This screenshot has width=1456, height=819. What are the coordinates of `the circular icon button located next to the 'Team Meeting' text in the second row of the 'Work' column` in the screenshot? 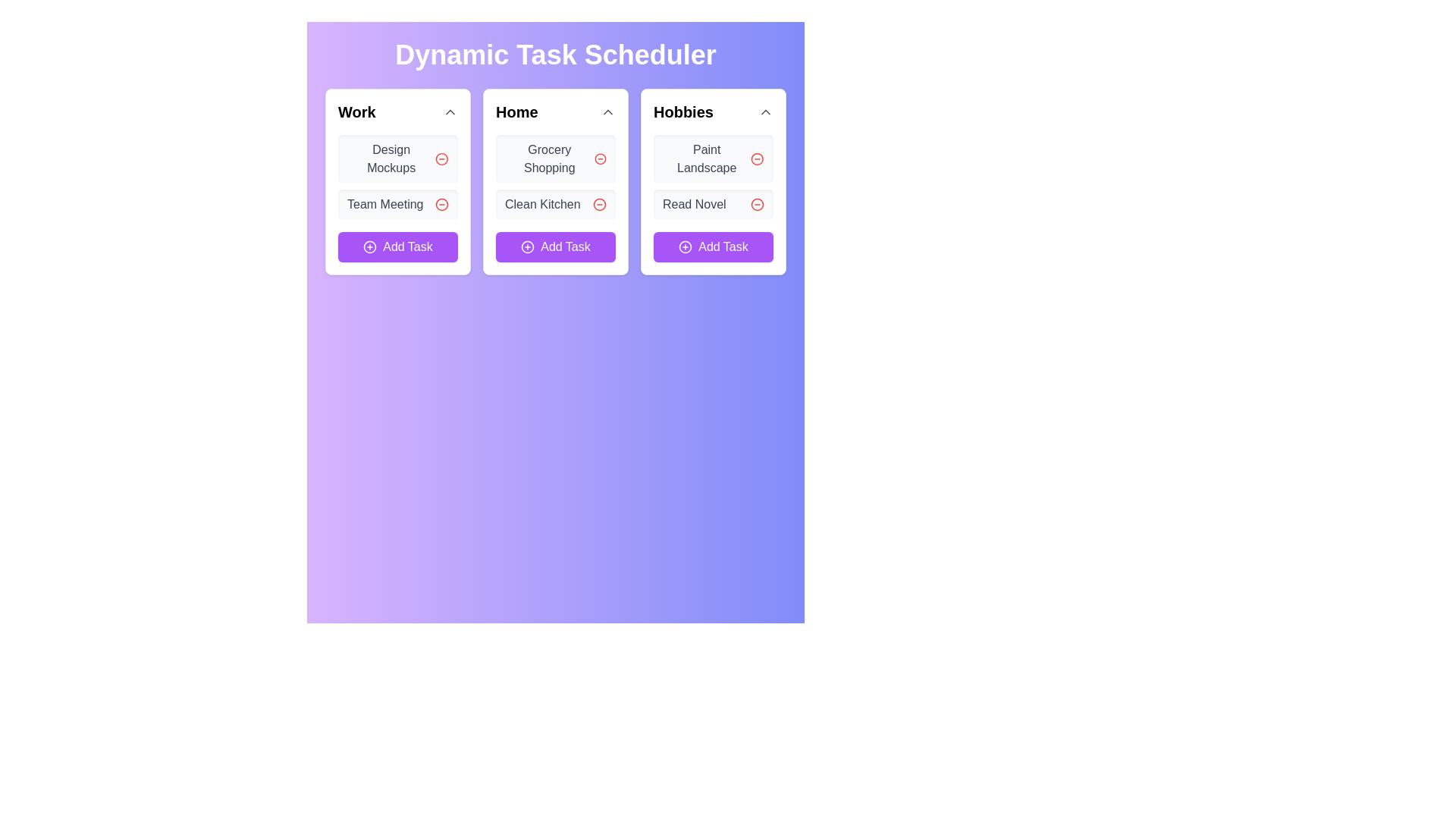 It's located at (441, 205).